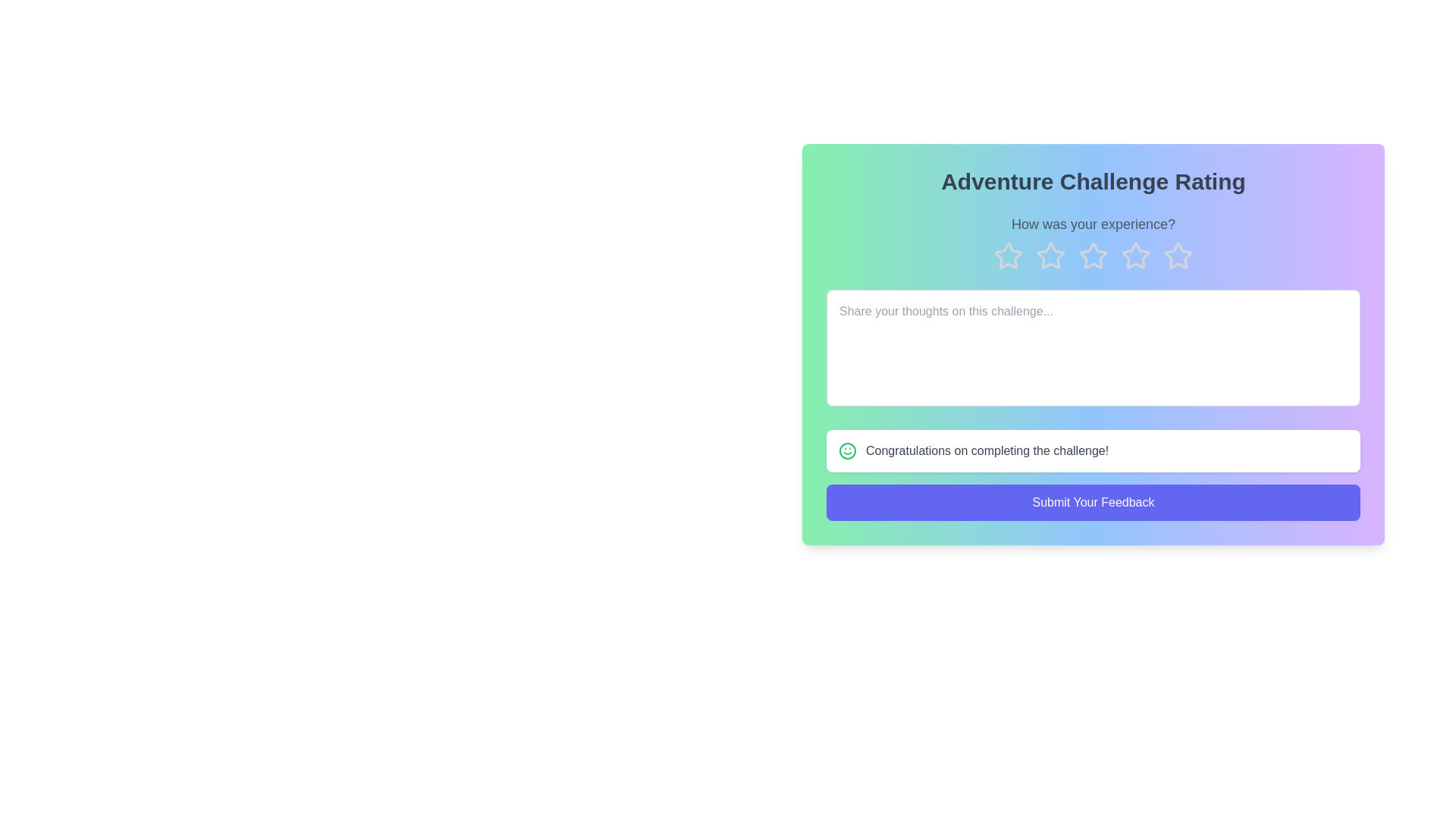 The image size is (1456, 819). Describe the element at coordinates (1093, 224) in the screenshot. I see `the subtitle text that reads 'How was your experience?', which is styled in gray and positioned centrally below the main heading and above the rating stars` at that location.